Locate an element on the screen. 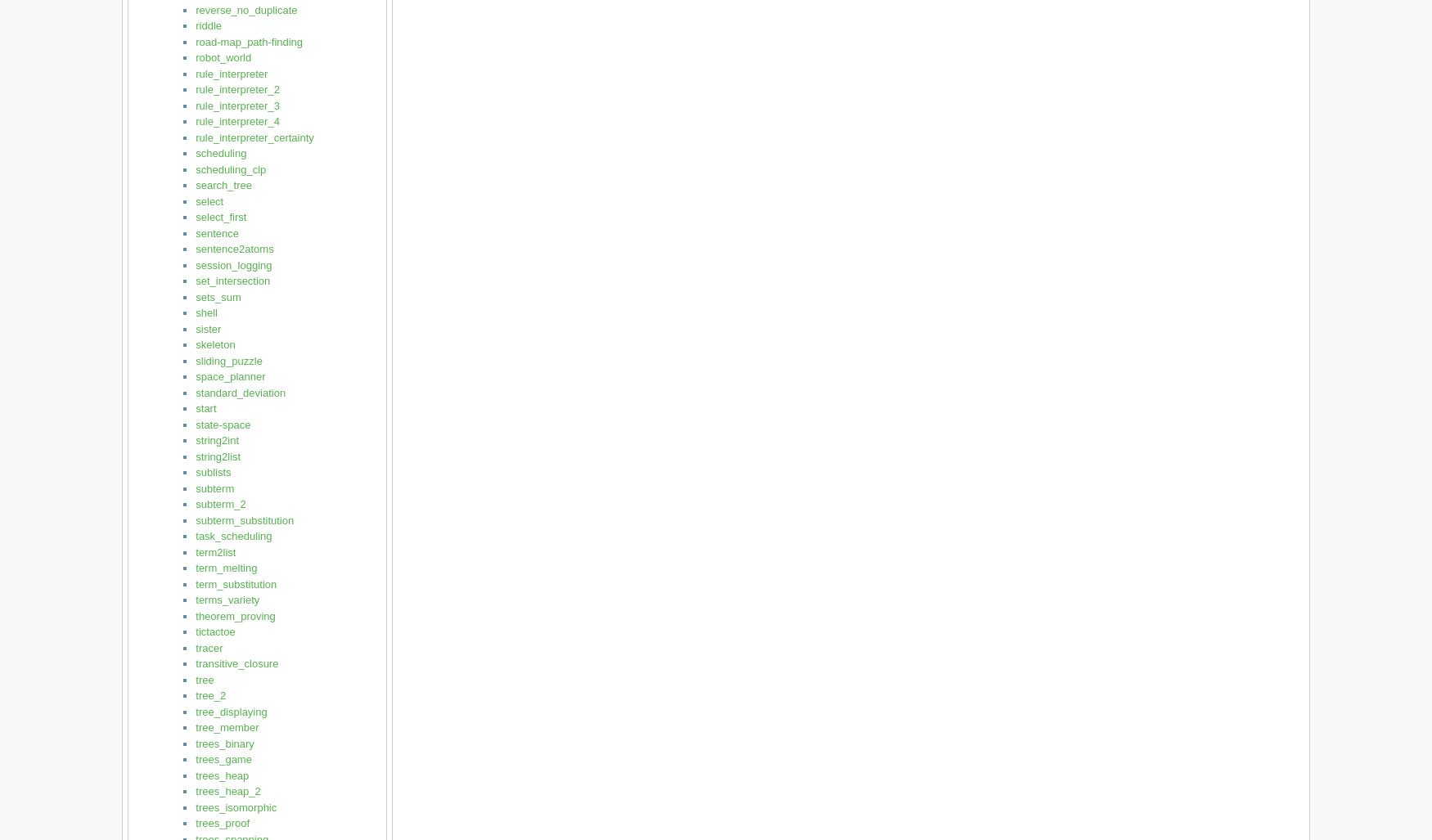  'scheduling_clp' is located at coordinates (229, 168).